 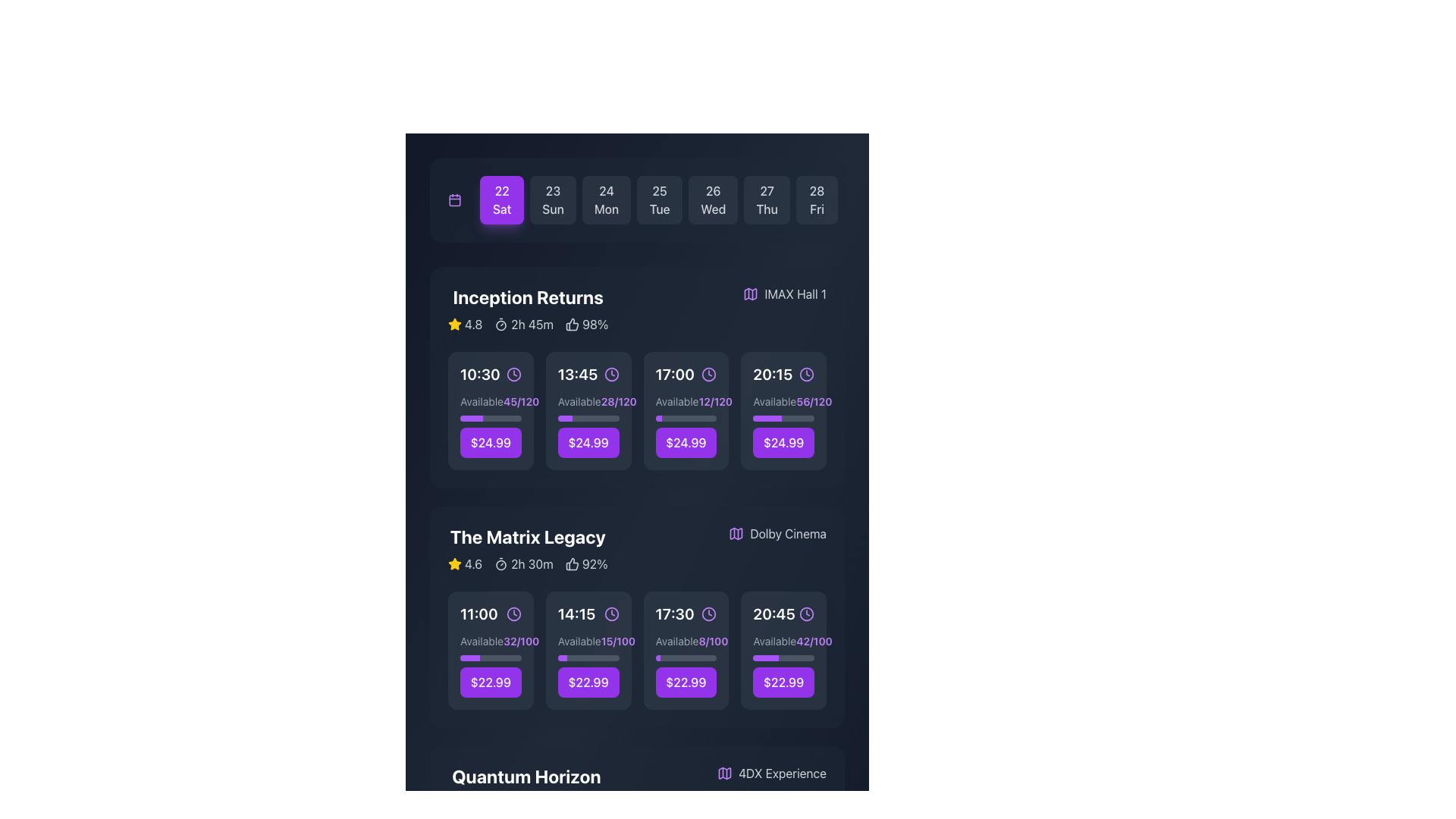 What do you see at coordinates (472, 564) in the screenshot?
I see `the numerical text '4.6' in the rating module, which is positioned adjacent to a yellow star icon under 'The Matrix Legacy'` at bounding box center [472, 564].